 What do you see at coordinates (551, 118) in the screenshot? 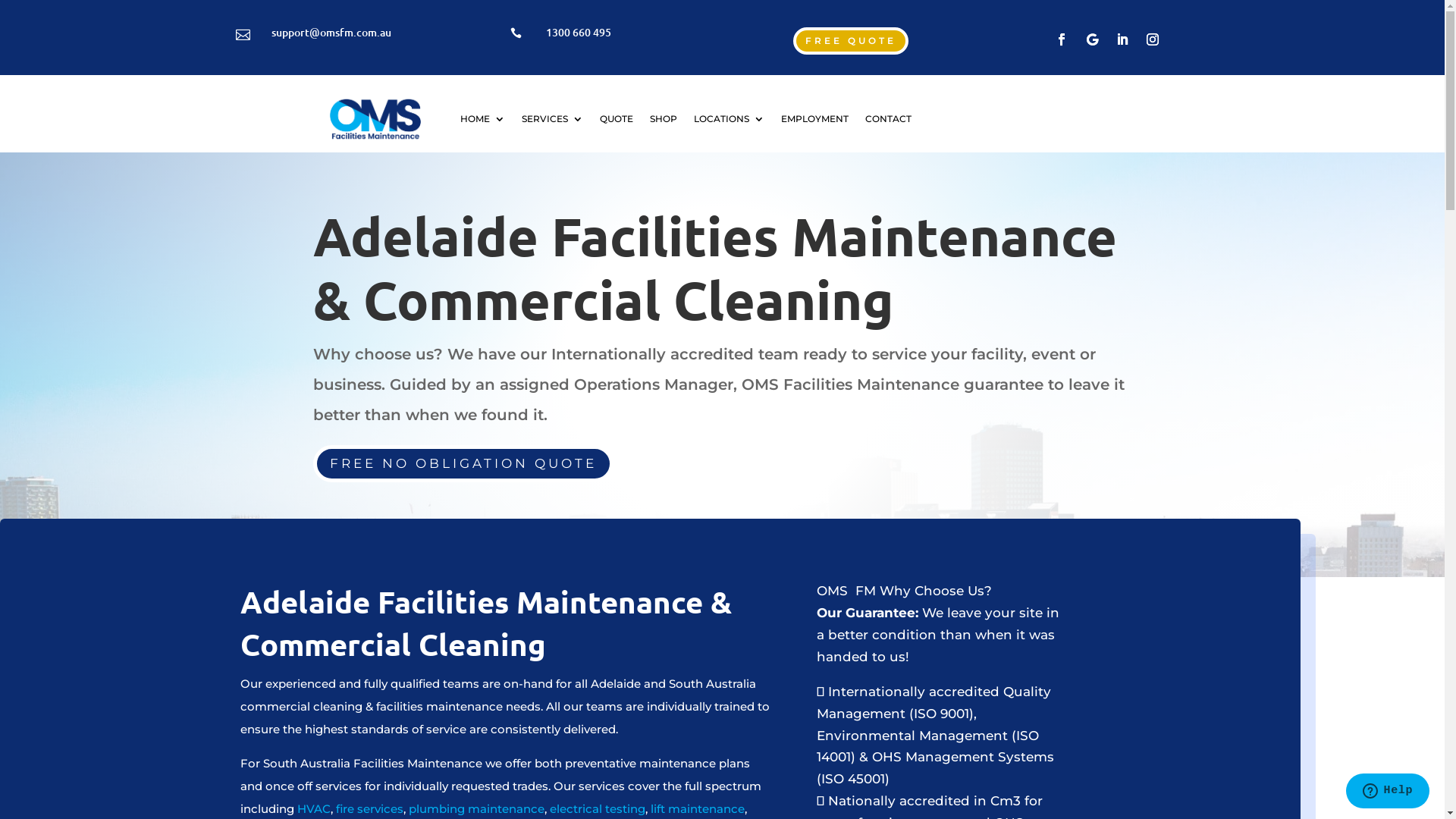
I see `'SERVICES'` at bounding box center [551, 118].